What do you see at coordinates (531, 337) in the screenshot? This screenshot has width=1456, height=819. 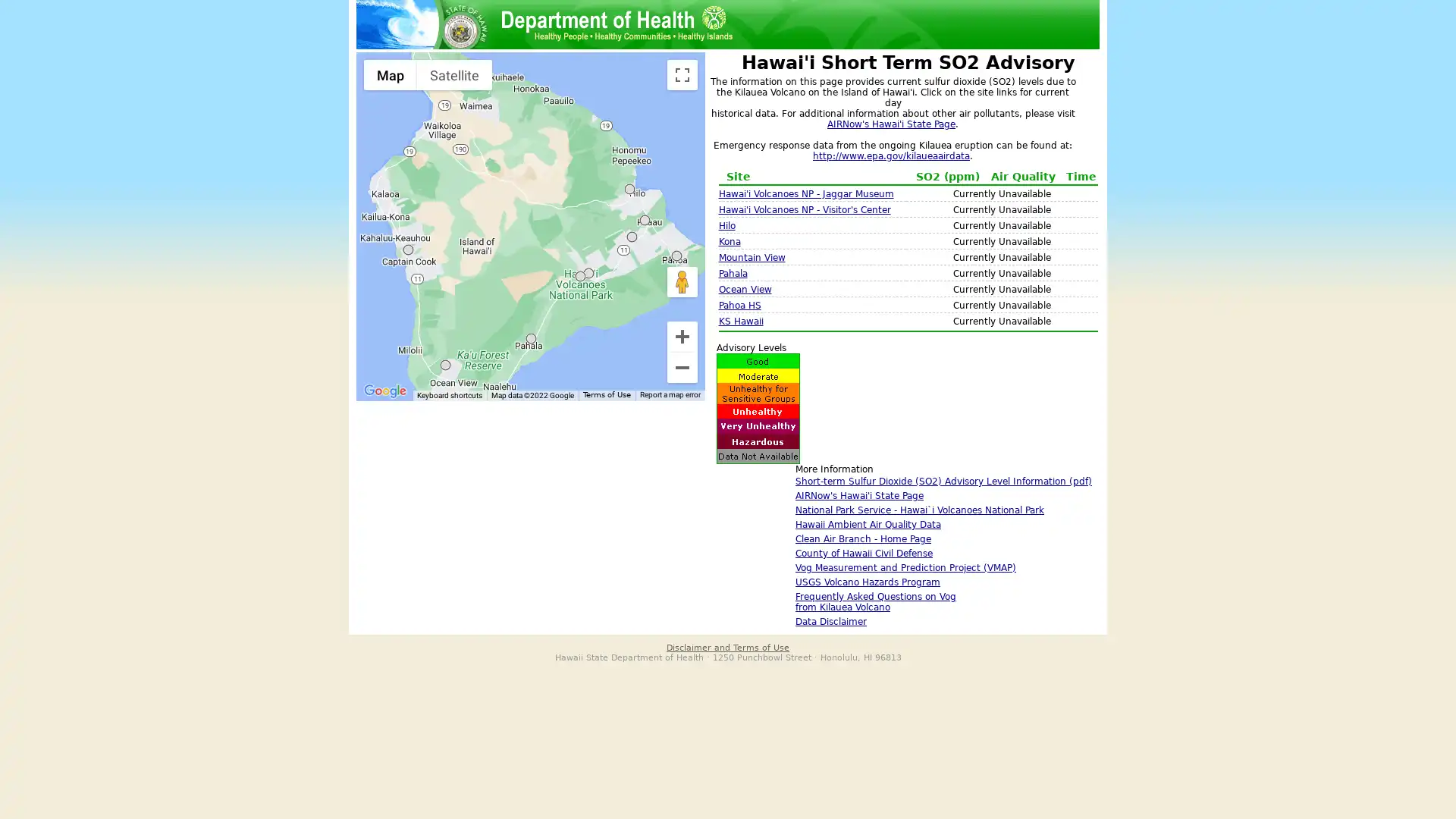 I see `Pahala: No Data` at bounding box center [531, 337].